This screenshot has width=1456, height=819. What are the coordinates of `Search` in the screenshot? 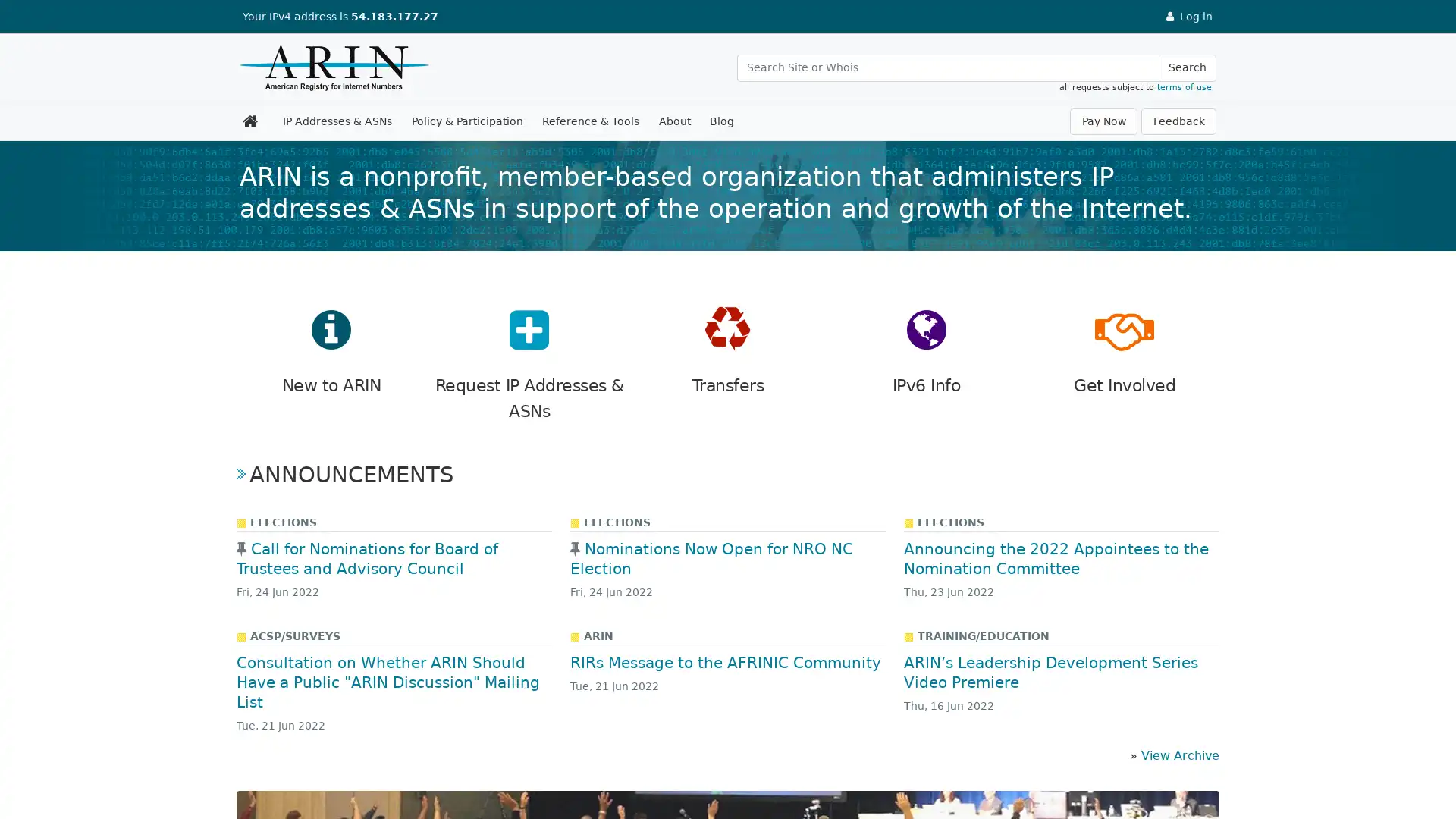 It's located at (1186, 67).